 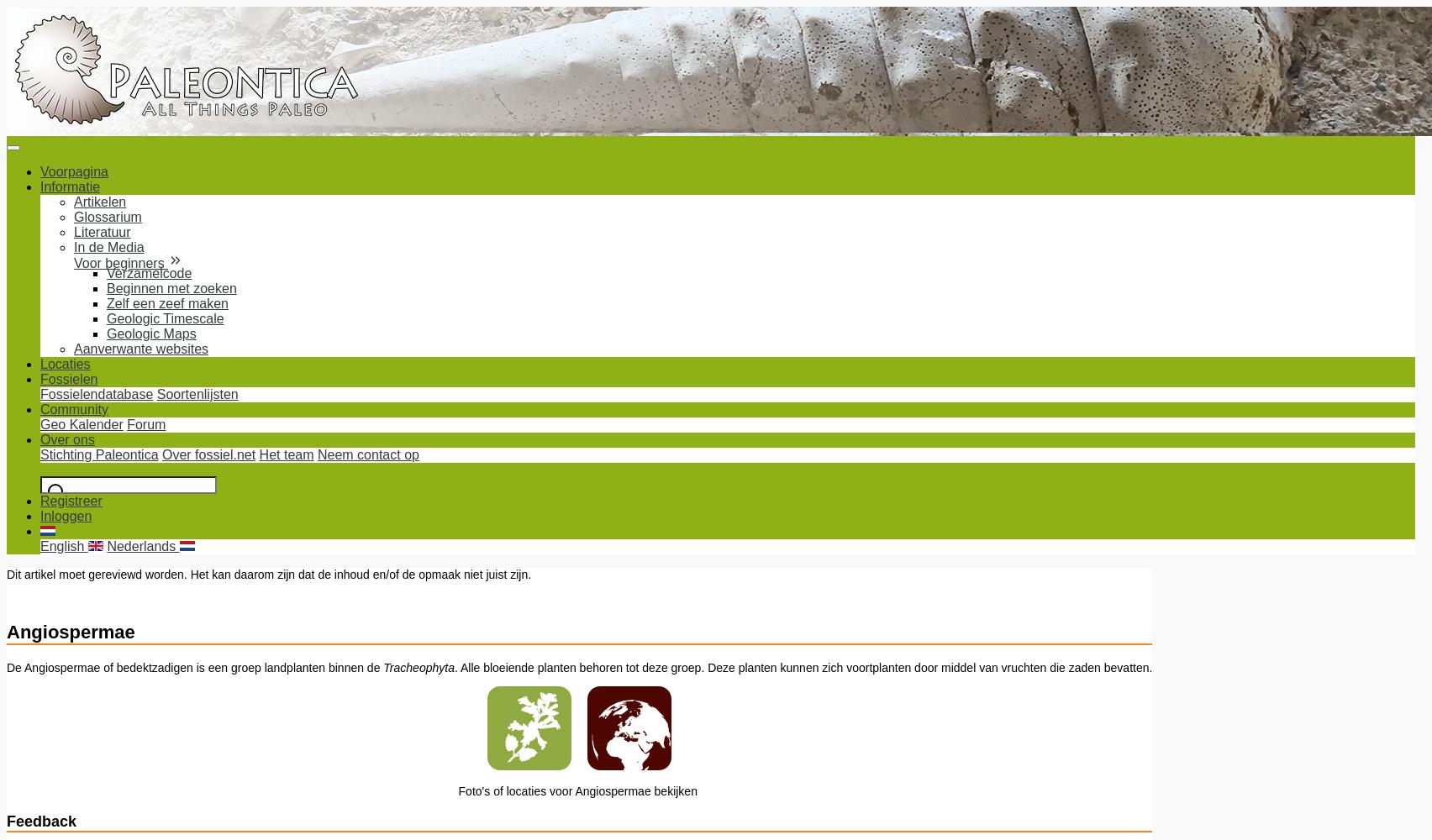 What do you see at coordinates (577, 790) in the screenshot?
I see `'Foto's of locaties voor Angiospermae bekijken'` at bounding box center [577, 790].